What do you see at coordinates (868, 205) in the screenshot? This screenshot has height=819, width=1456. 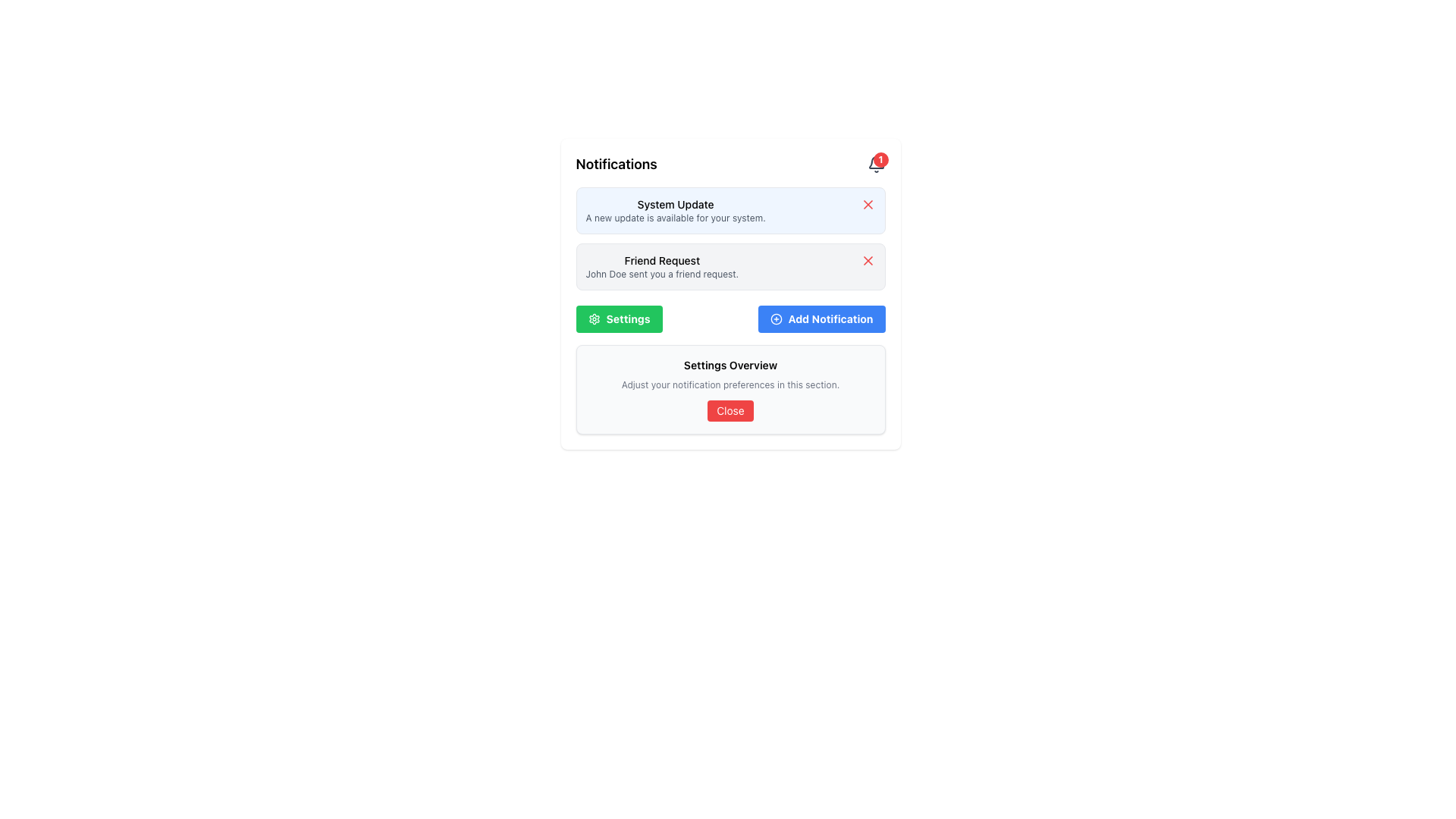 I see `the small red button with an 'X' icon located in the top-right corner of the 'System Update' notification card` at bounding box center [868, 205].